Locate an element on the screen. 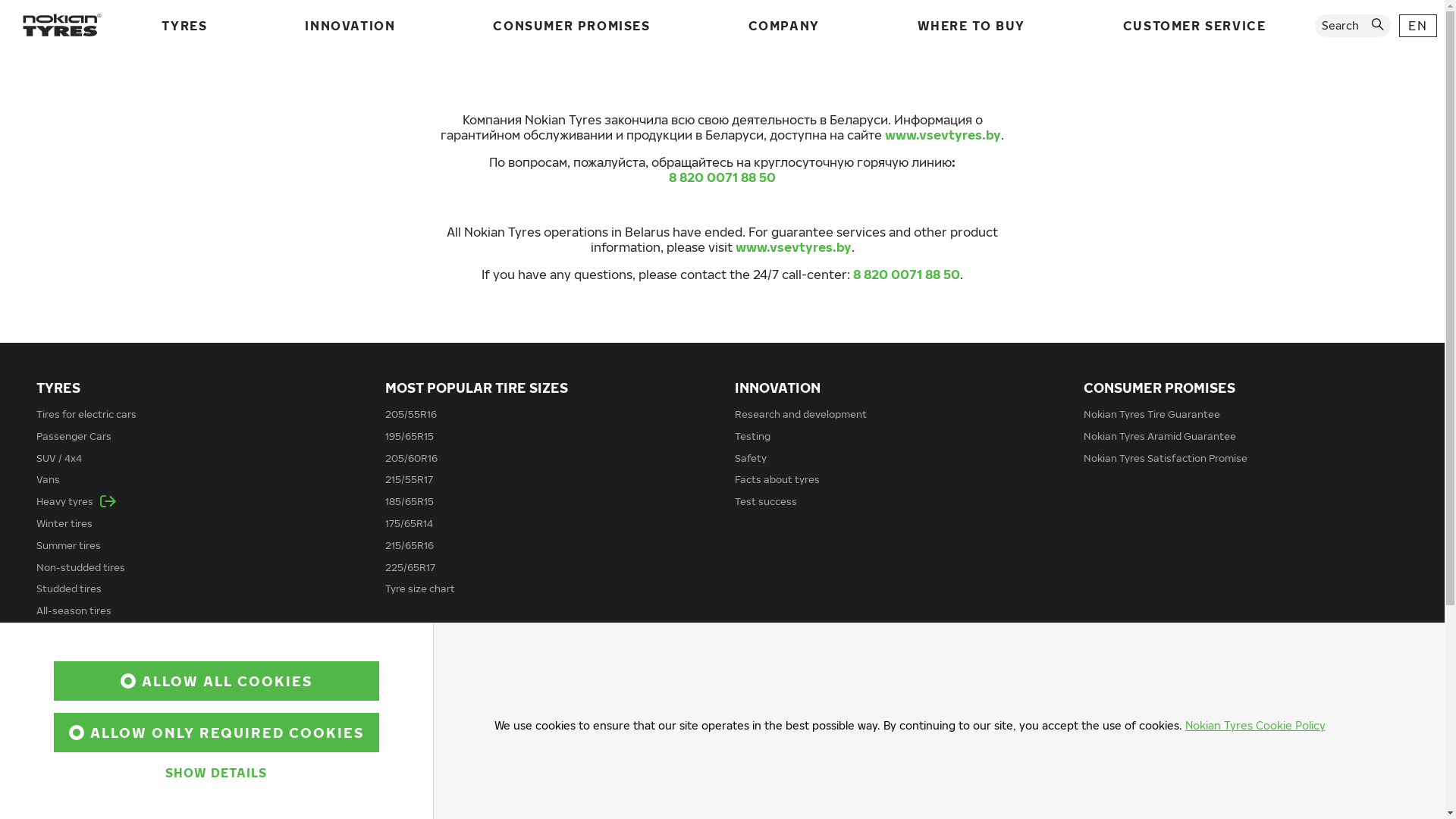  'Vans' is located at coordinates (48, 479).